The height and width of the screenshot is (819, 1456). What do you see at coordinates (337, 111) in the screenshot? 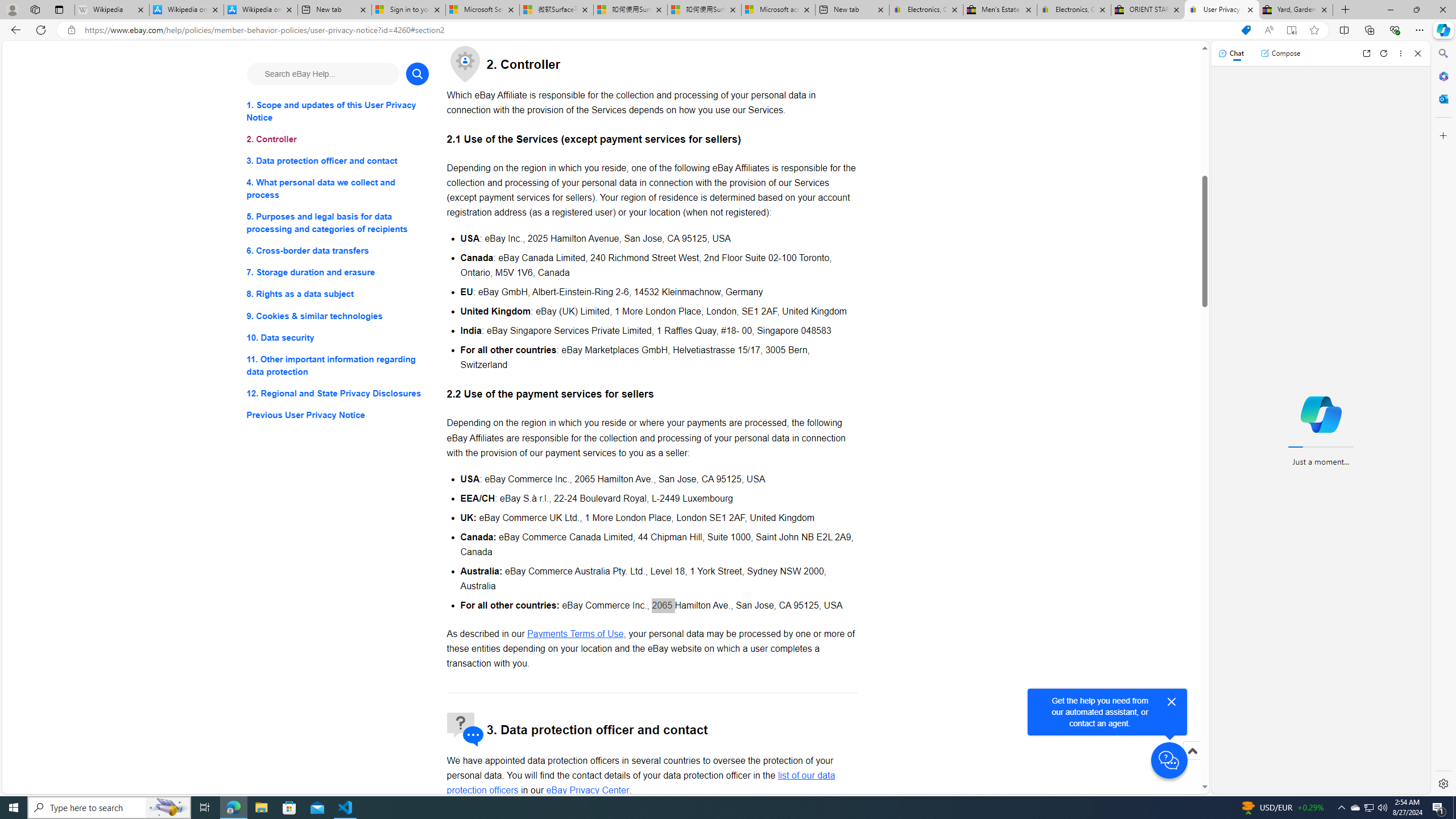
I see `'1. Scope and updates of this User Privacy Notice'` at bounding box center [337, 111].